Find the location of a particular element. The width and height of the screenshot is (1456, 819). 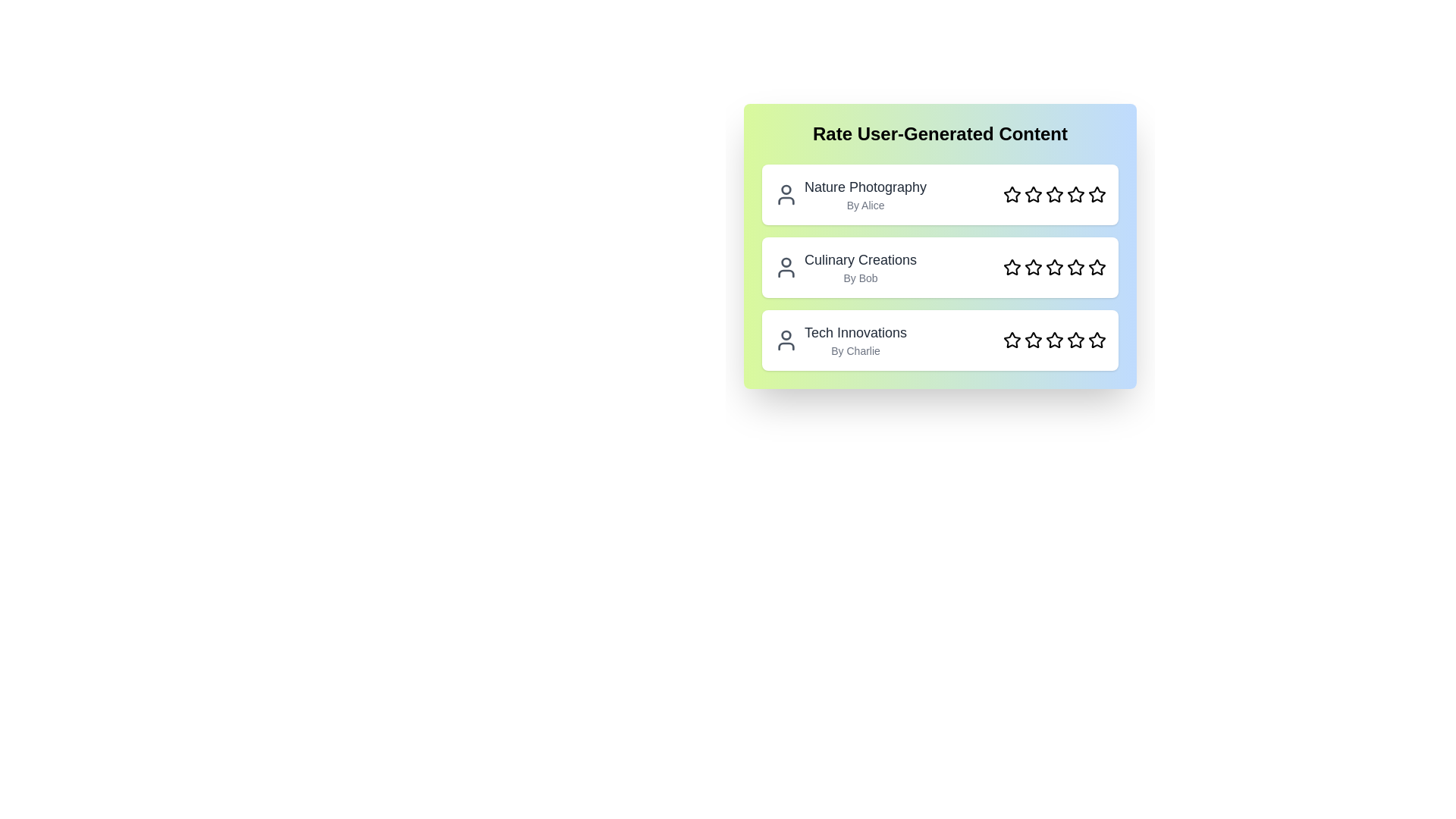

the heading 'Rate User-Generated Content' to understand the purpose of the component is located at coordinates (939, 133).